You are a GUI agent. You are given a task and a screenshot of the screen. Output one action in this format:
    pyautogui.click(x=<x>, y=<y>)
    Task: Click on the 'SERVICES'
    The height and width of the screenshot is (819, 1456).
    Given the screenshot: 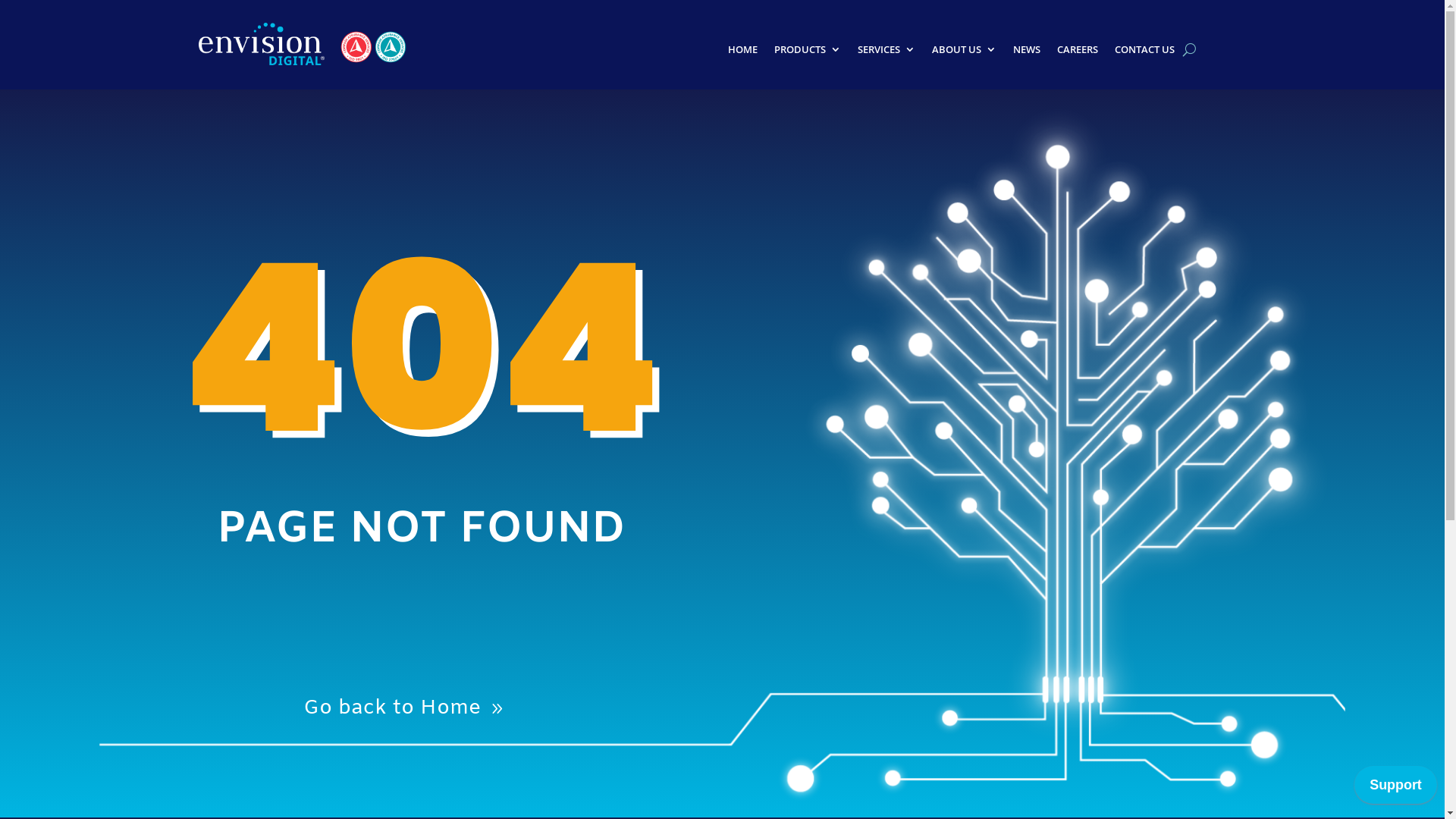 What is the action you would take?
    pyautogui.click(x=886, y=52)
    